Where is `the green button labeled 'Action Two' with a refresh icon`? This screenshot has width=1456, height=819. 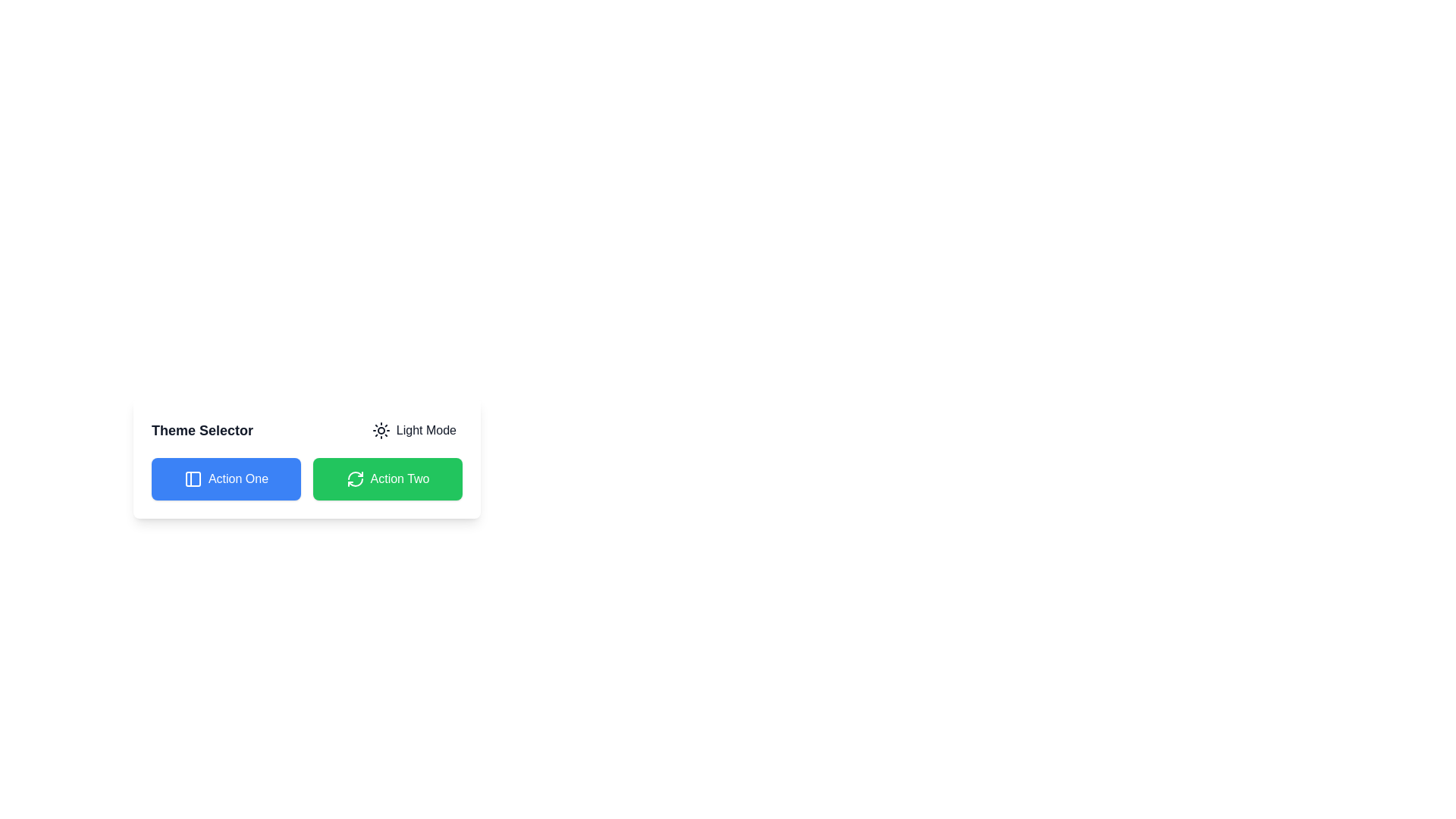
the green button labeled 'Action Two' with a refresh icon is located at coordinates (388, 479).